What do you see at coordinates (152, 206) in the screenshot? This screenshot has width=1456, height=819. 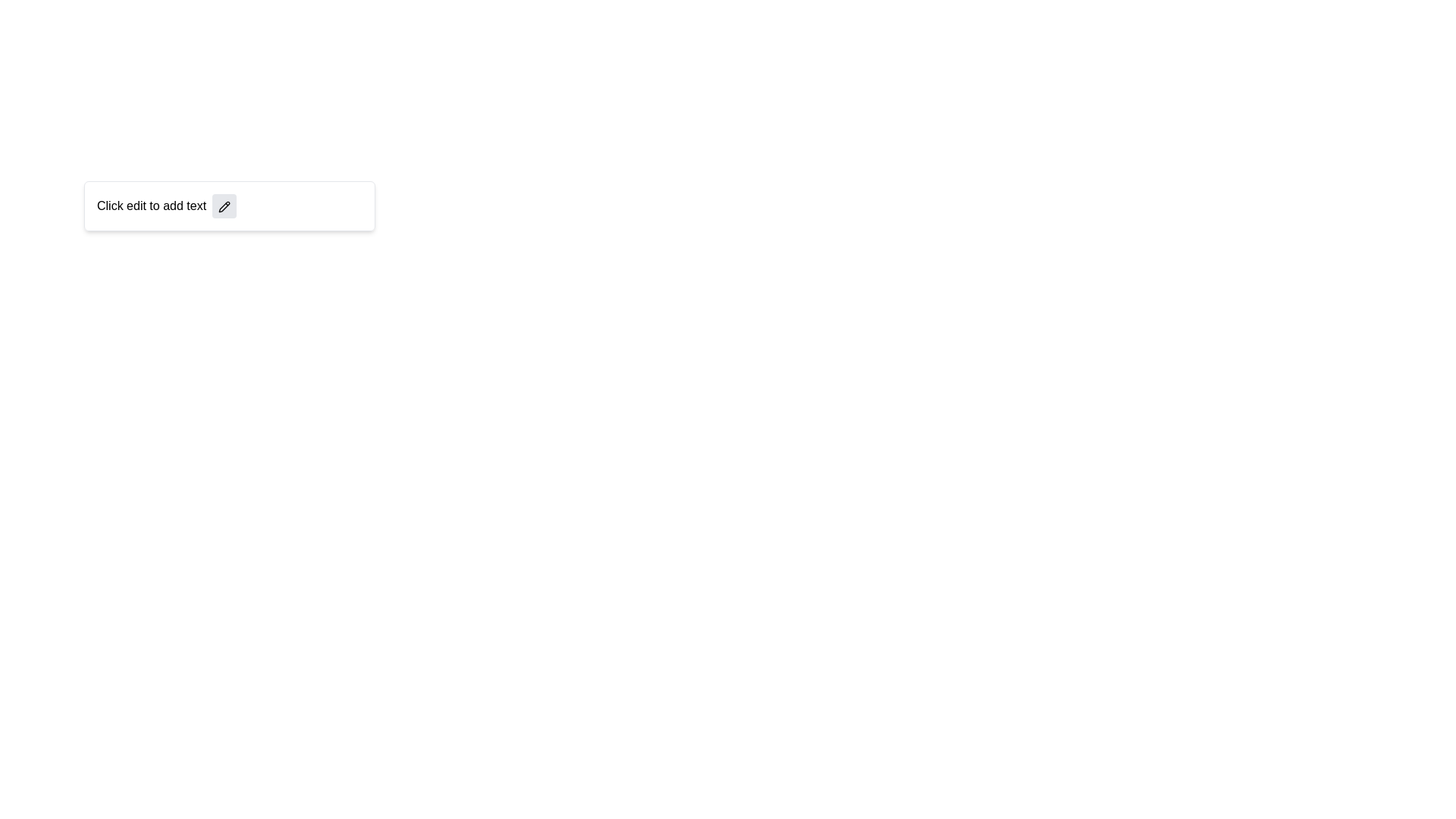 I see `the static text label that displays instructional text prompting the user to edit and add text` at bounding box center [152, 206].